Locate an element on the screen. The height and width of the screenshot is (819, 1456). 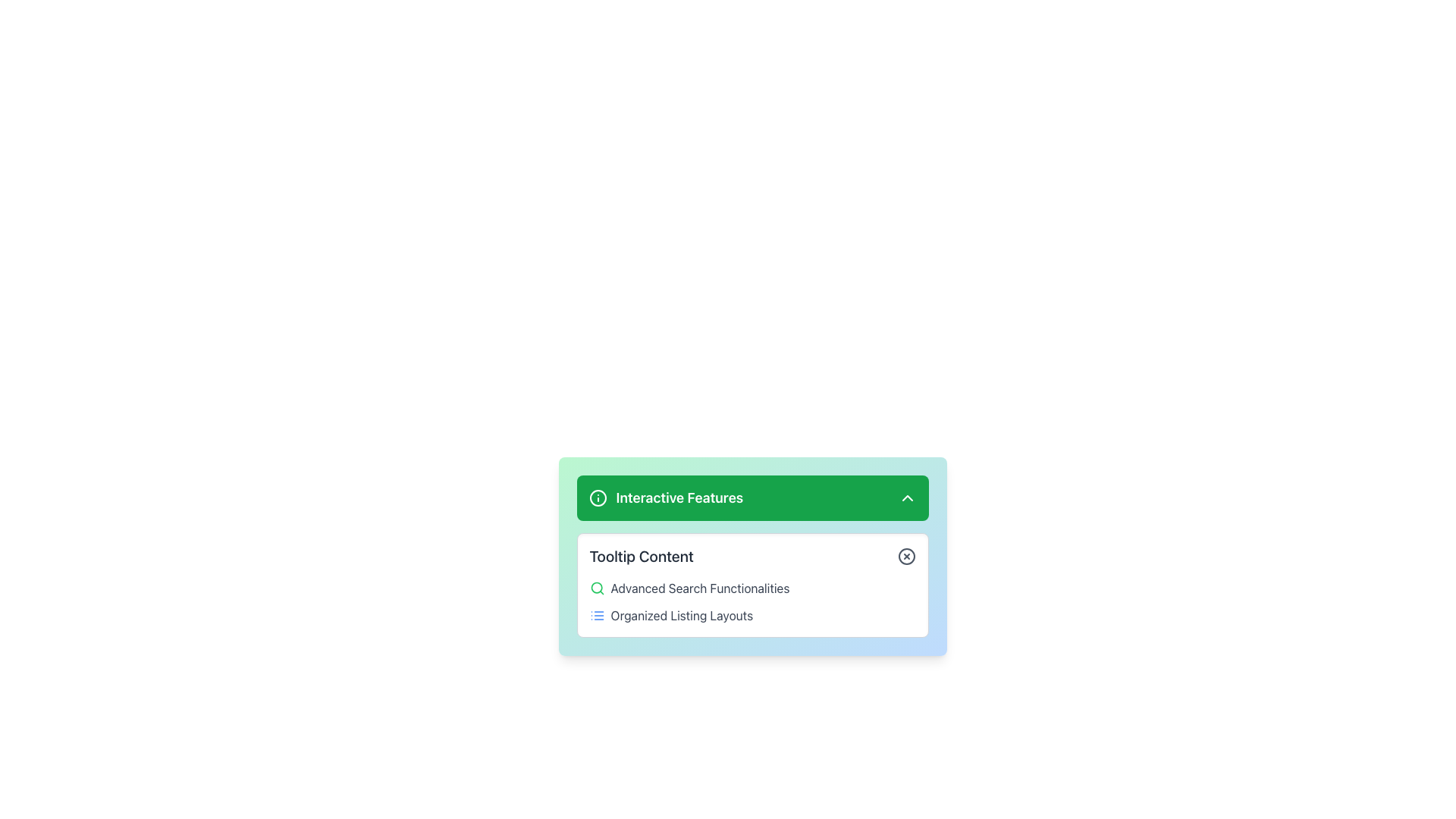
the informational icon symbol, which is a circle with an 'i' shape, located on a green background near the top-left corner of the 'Interactive Features' panel is located at coordinates (597, 497).